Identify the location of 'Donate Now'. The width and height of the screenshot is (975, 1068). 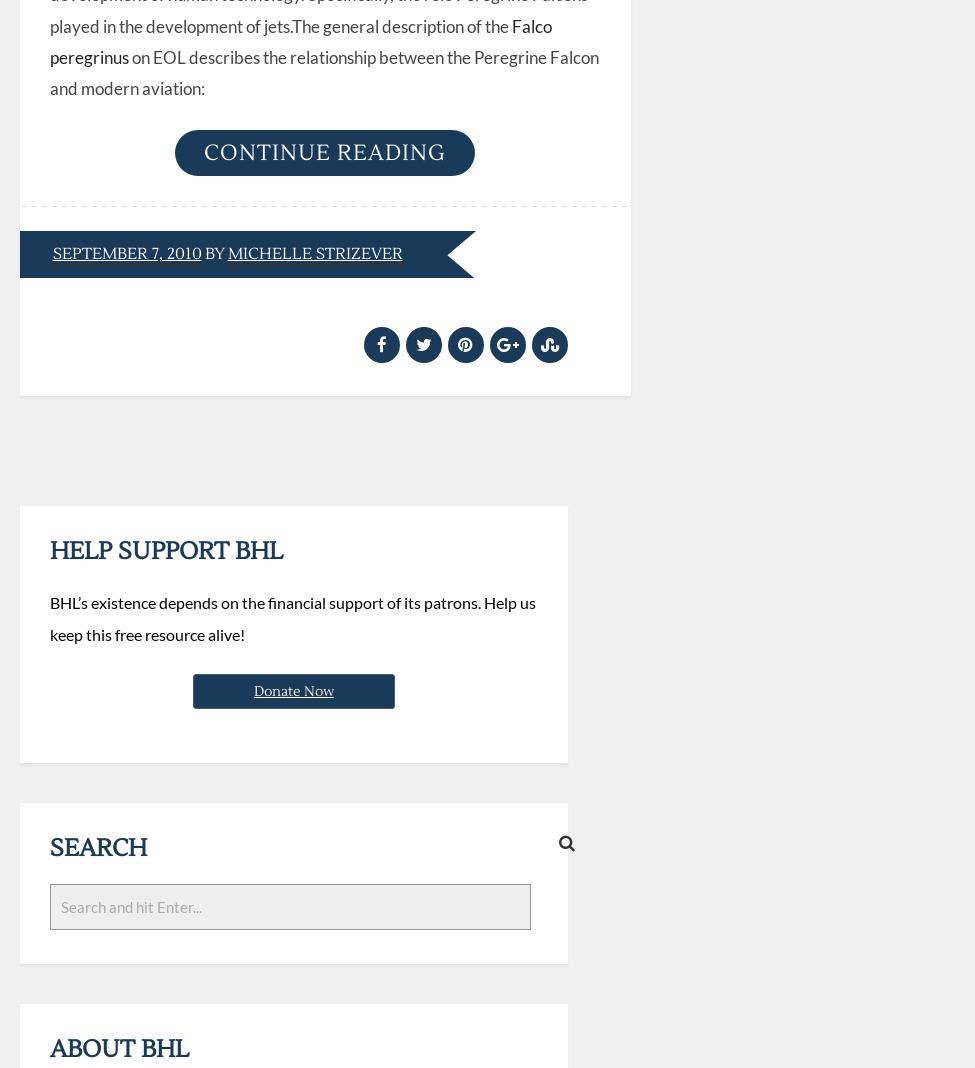
(253, 691).